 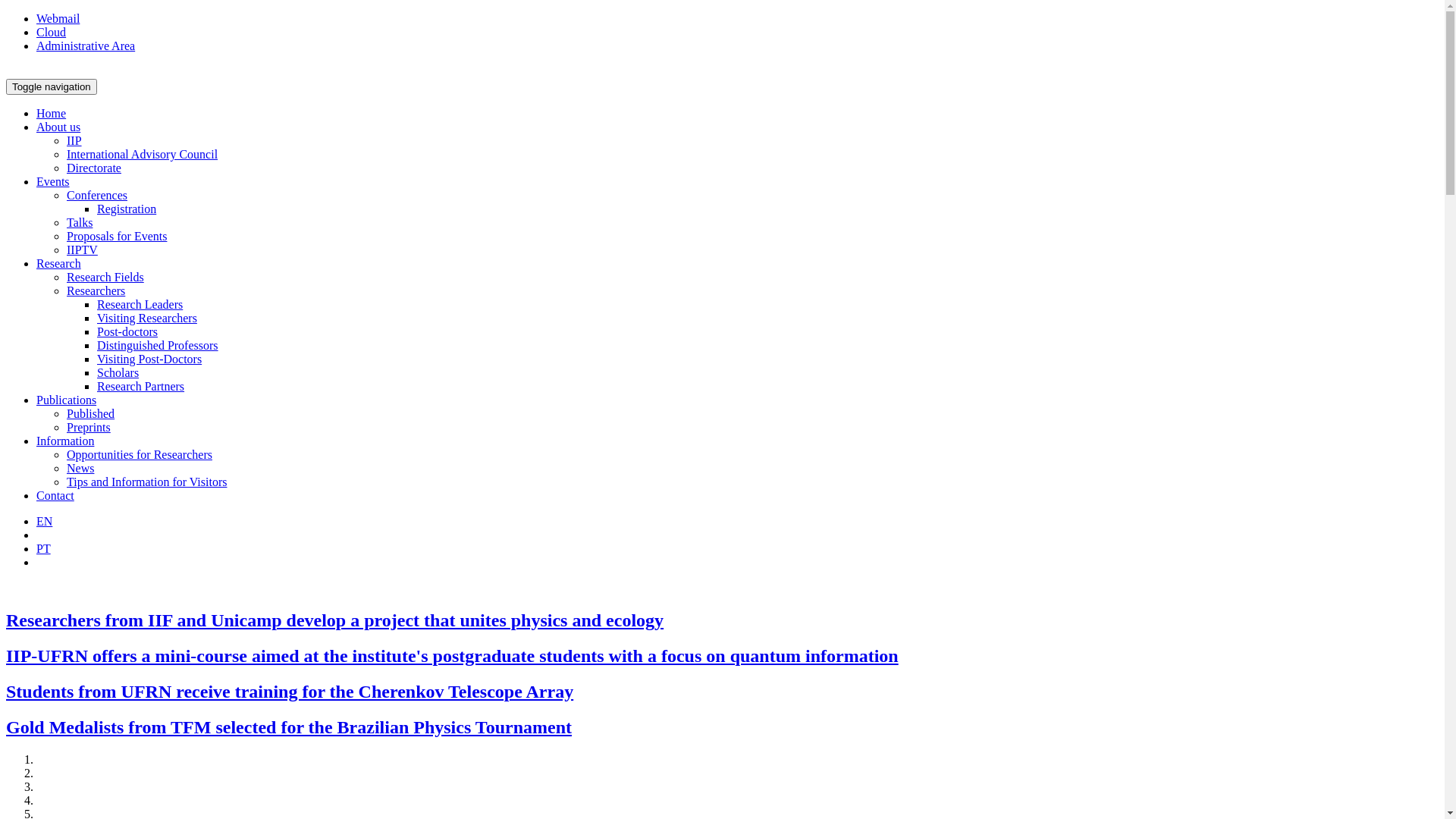 What do you see at coordinates (87, 427) in the screenshot?
I see `'Preprints'` at bounding box center [87, 427].